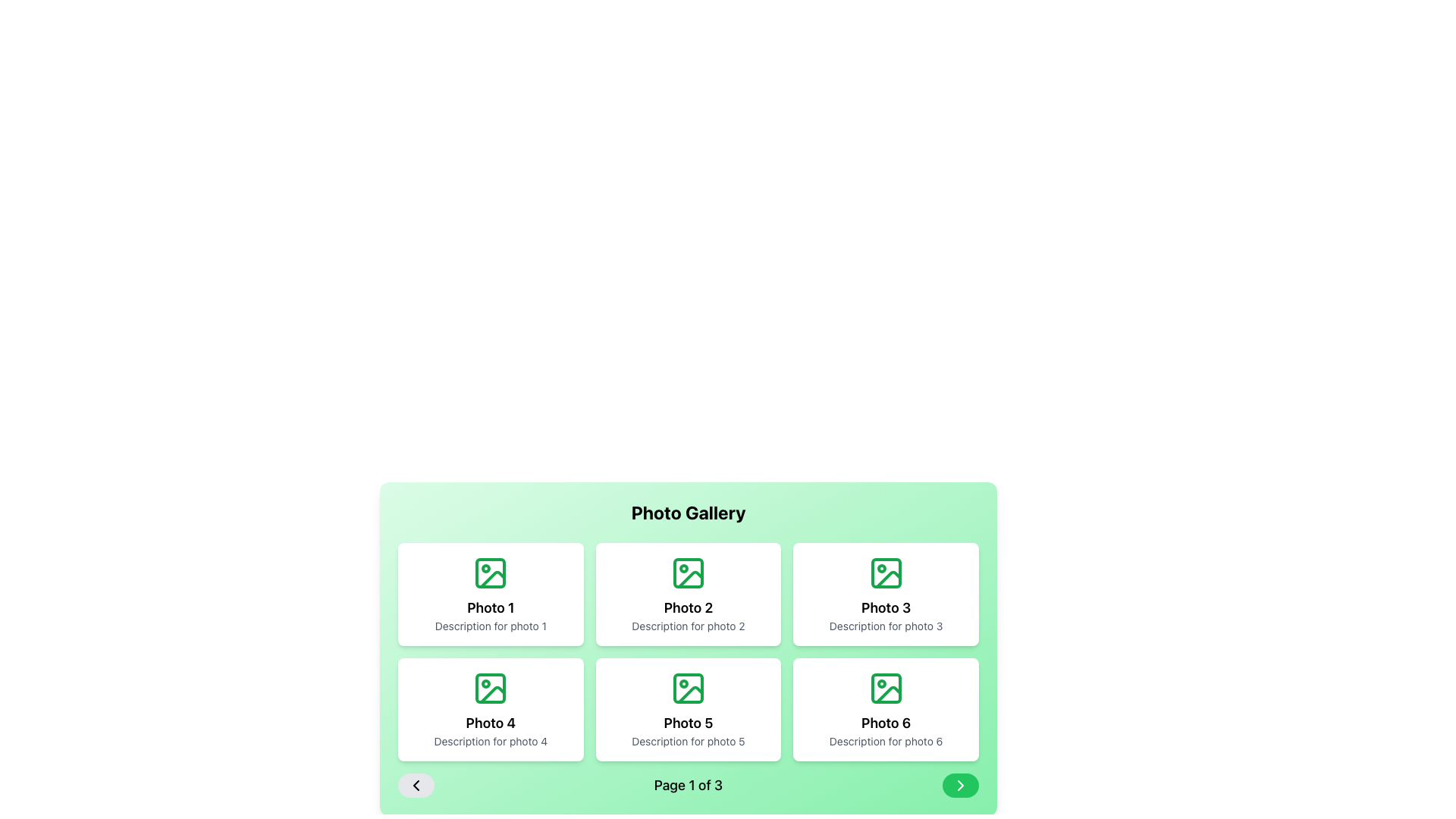 The width and height of the screenshot is (1456, 819). Describe the element at coordinates (687, 573) in the screenshot. I see `the green rectangular background of the icon representing 'Photo 2' in the photo gallery` at that location.